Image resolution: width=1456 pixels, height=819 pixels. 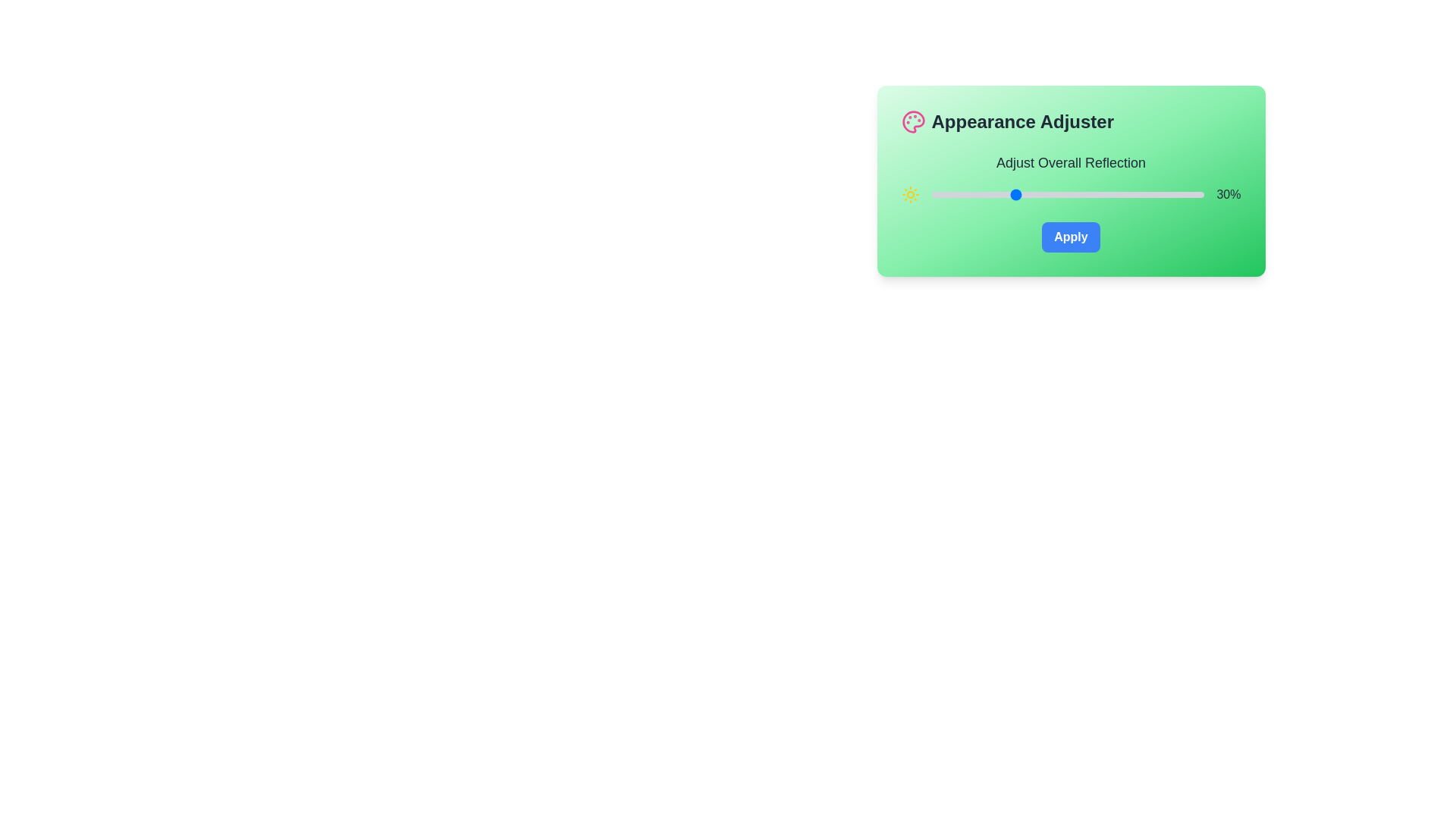 I want to click on the Apply button to apply the changes, so click(x=1070, y=237).